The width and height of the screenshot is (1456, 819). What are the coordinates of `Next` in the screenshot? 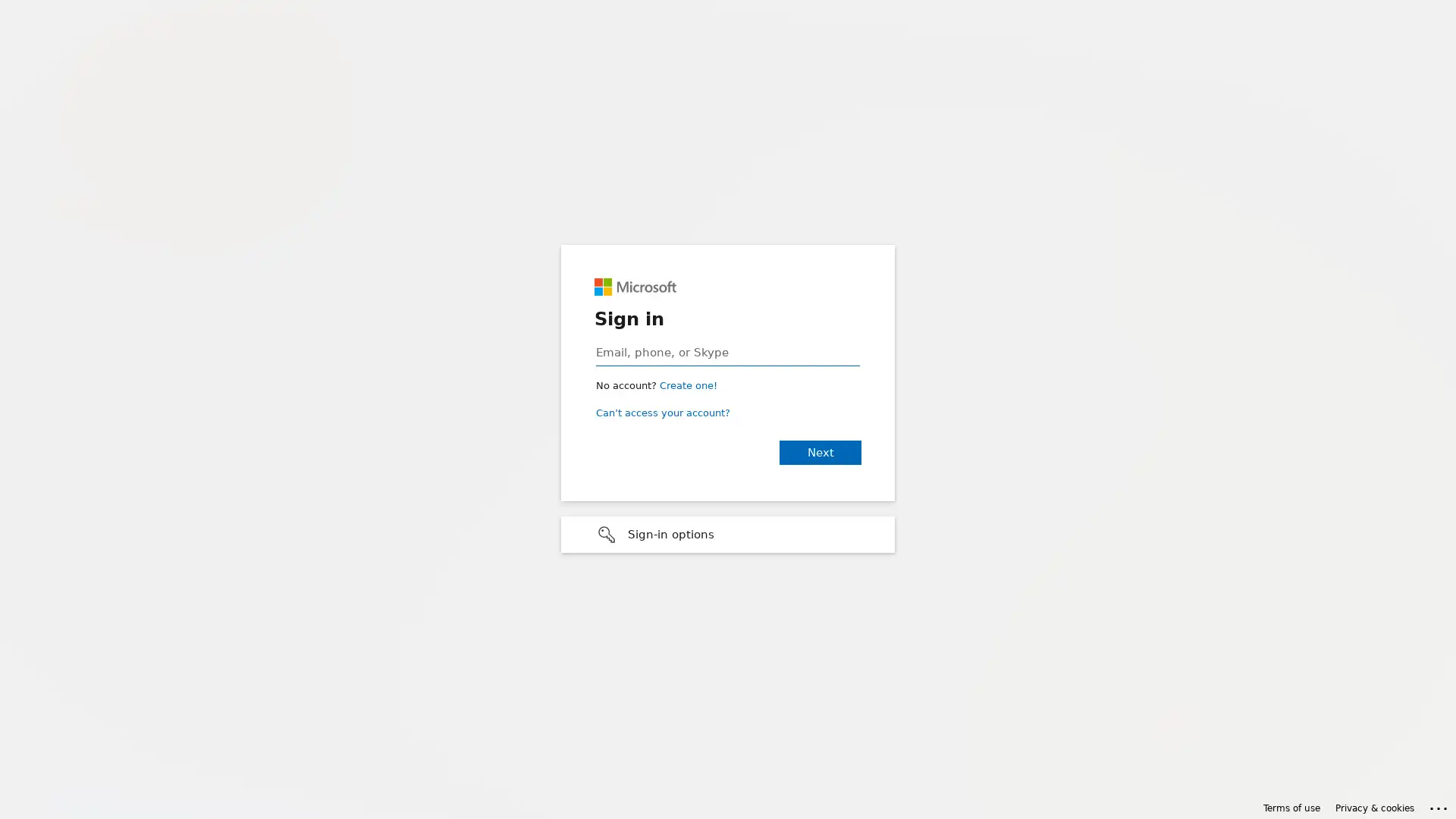 It's located at (819, 452).